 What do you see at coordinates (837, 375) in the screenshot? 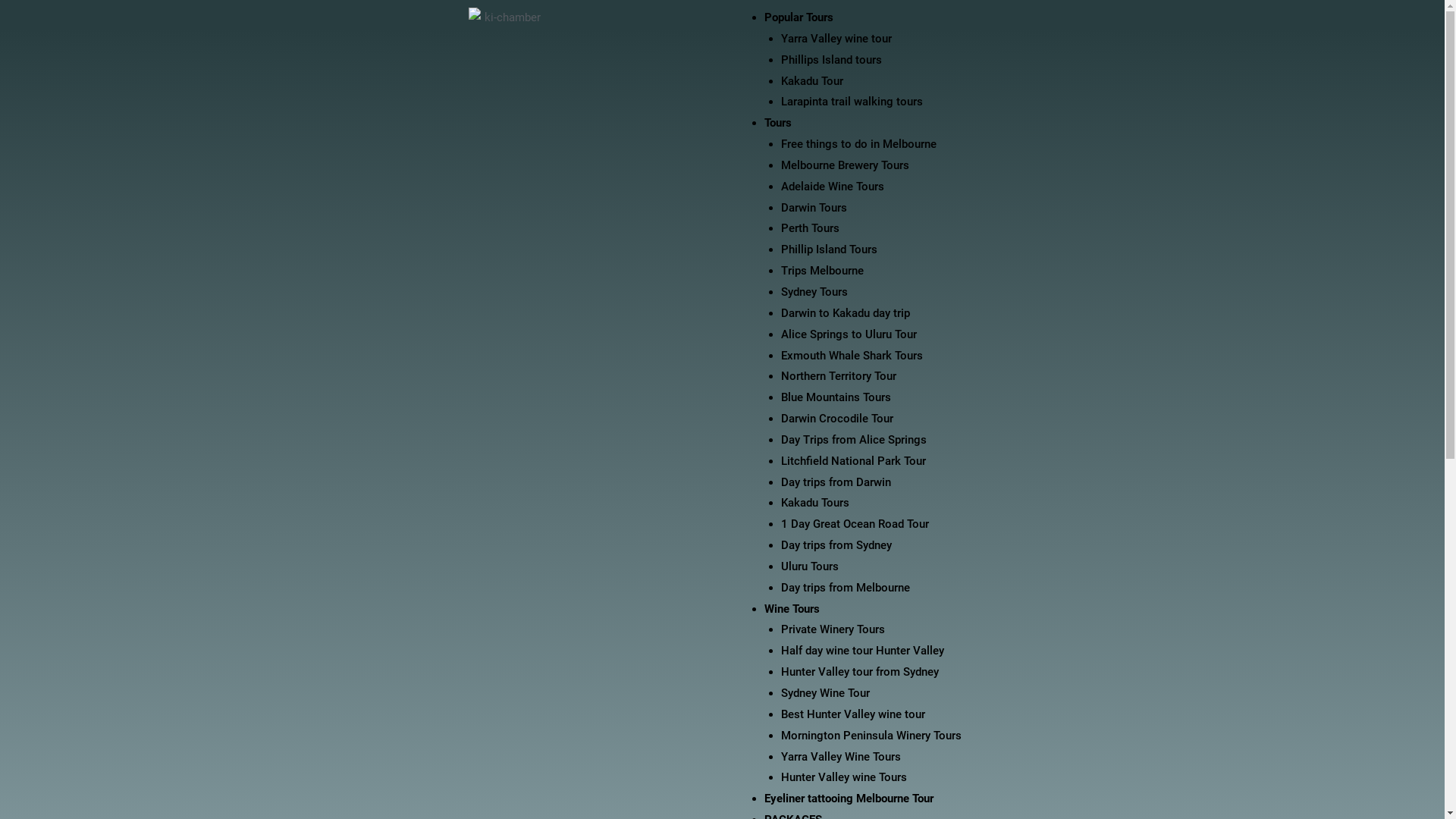
I see `'Northern Territory Tour'` at bounding box center [837, 375].